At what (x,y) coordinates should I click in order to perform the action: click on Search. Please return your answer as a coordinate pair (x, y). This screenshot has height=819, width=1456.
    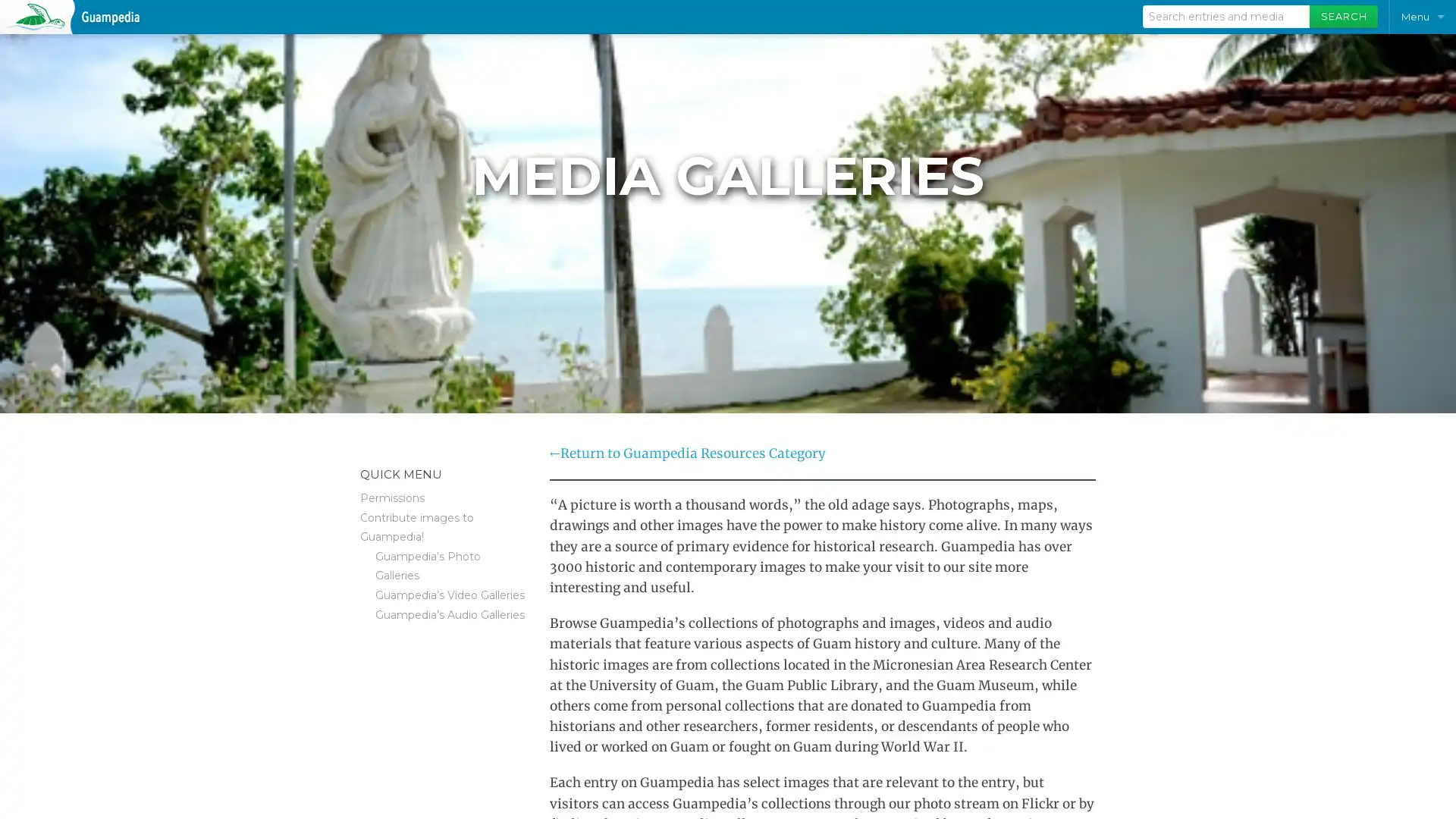
    Looking at the image, I should click on (1343, 17).